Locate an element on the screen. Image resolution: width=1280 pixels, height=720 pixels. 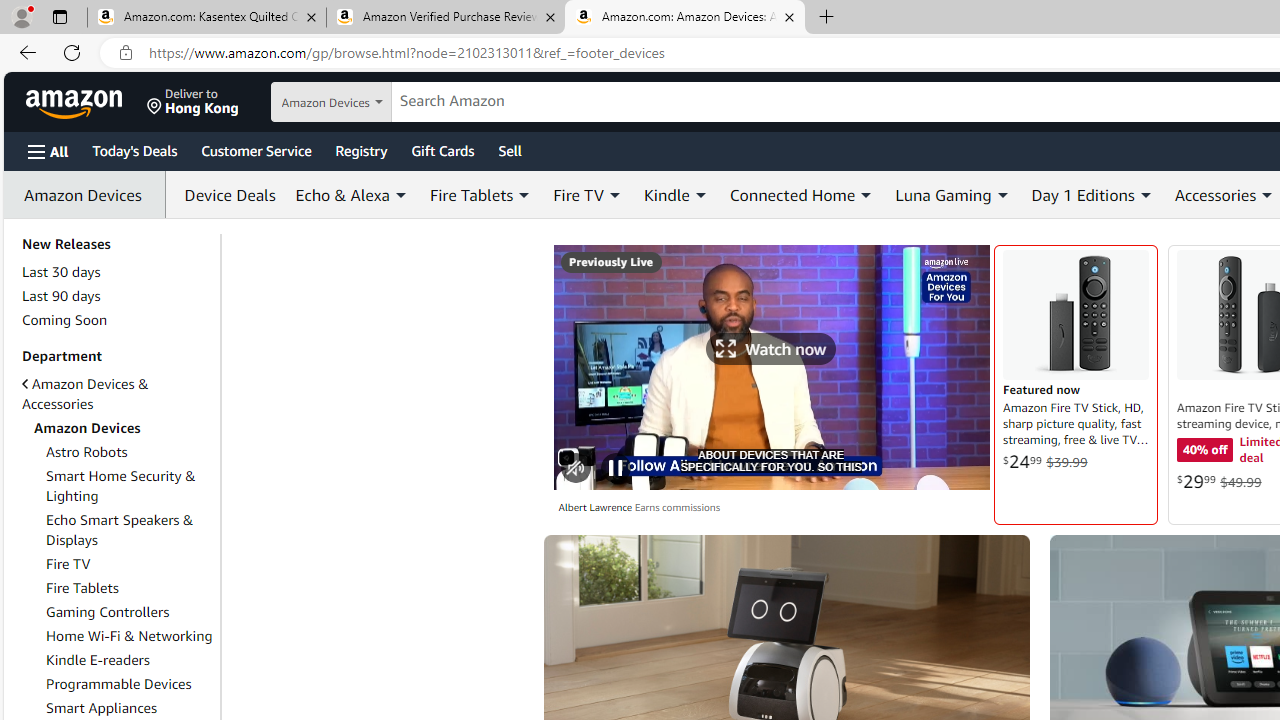
'Expand Day 1 Editions' is located at coordinates (1145, 195).